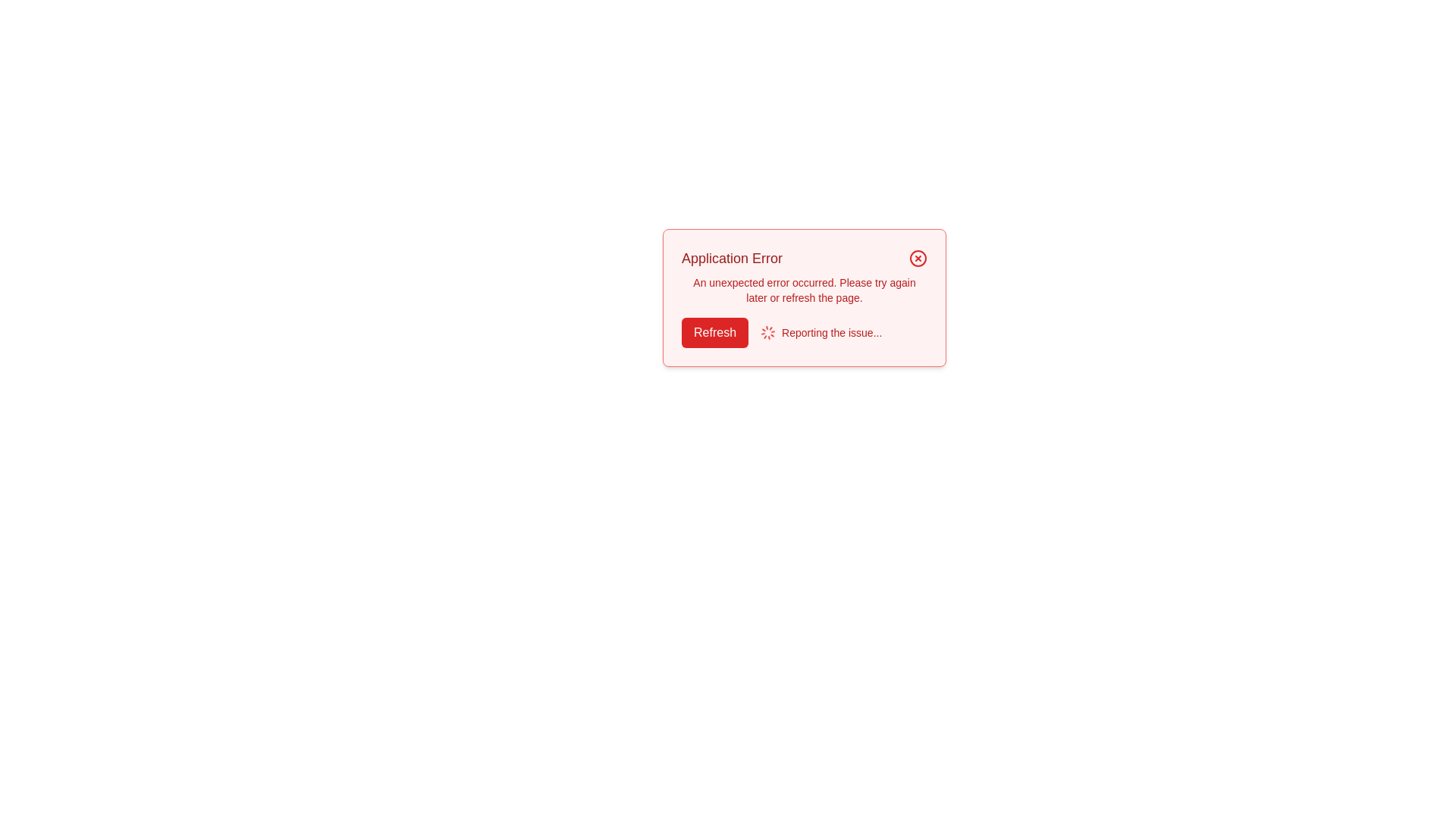 This screenshot has width=1456, height=819. I want to click on the loading icon indicating a processing state, which is positioned between the 'Refresh' button and the text 'Reporting the issue...' in the 'Application Error' notification box, so click(767, 332).